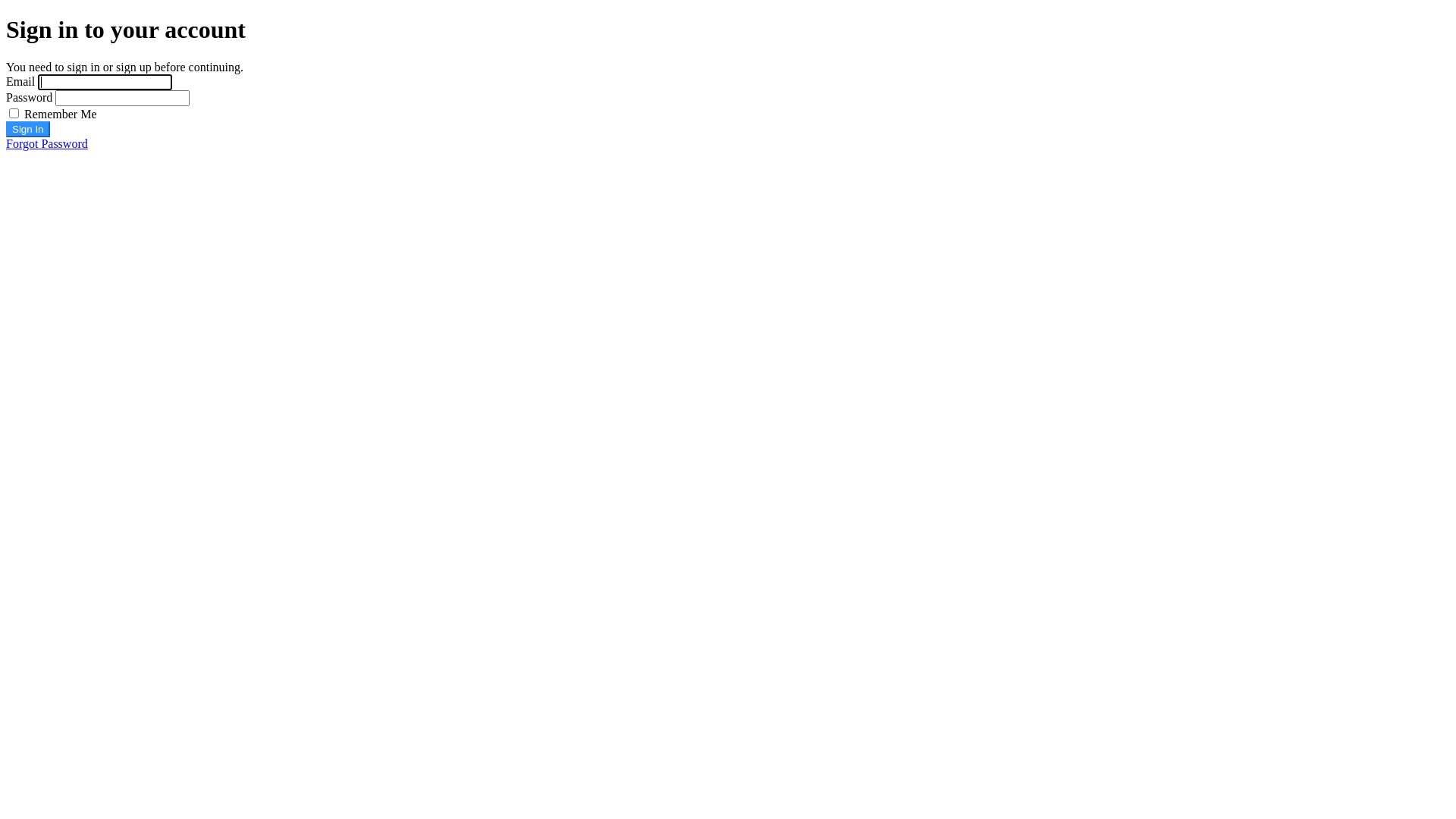 The width and height of the screenshot is (1456, 819). Describe the element at coordinates (47, 143) in the screenshot. I see `'Forgot Password'` at that location.